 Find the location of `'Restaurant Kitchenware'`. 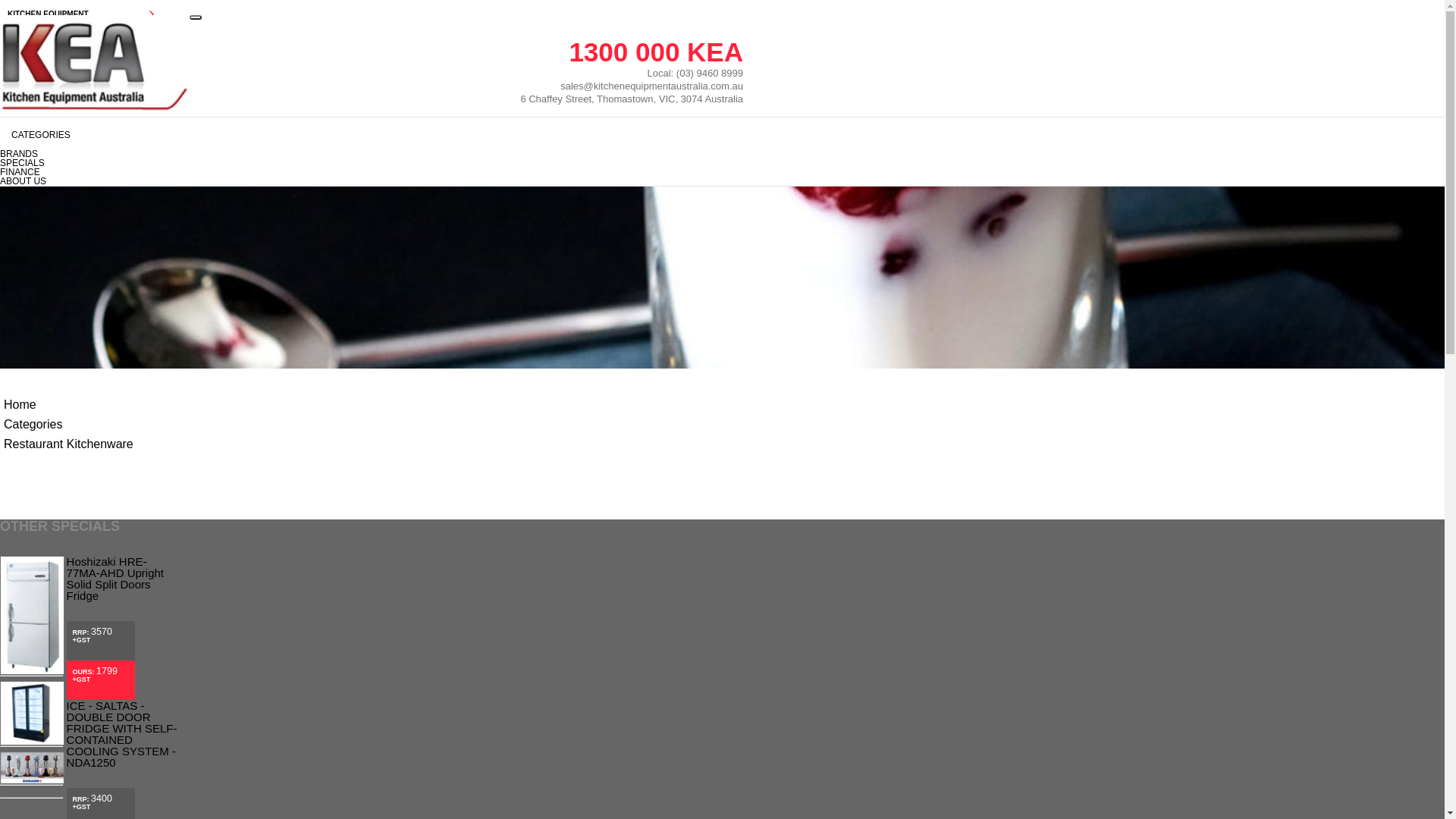

'Restaurant Kitchenware' is located at coordinates (3, 444).